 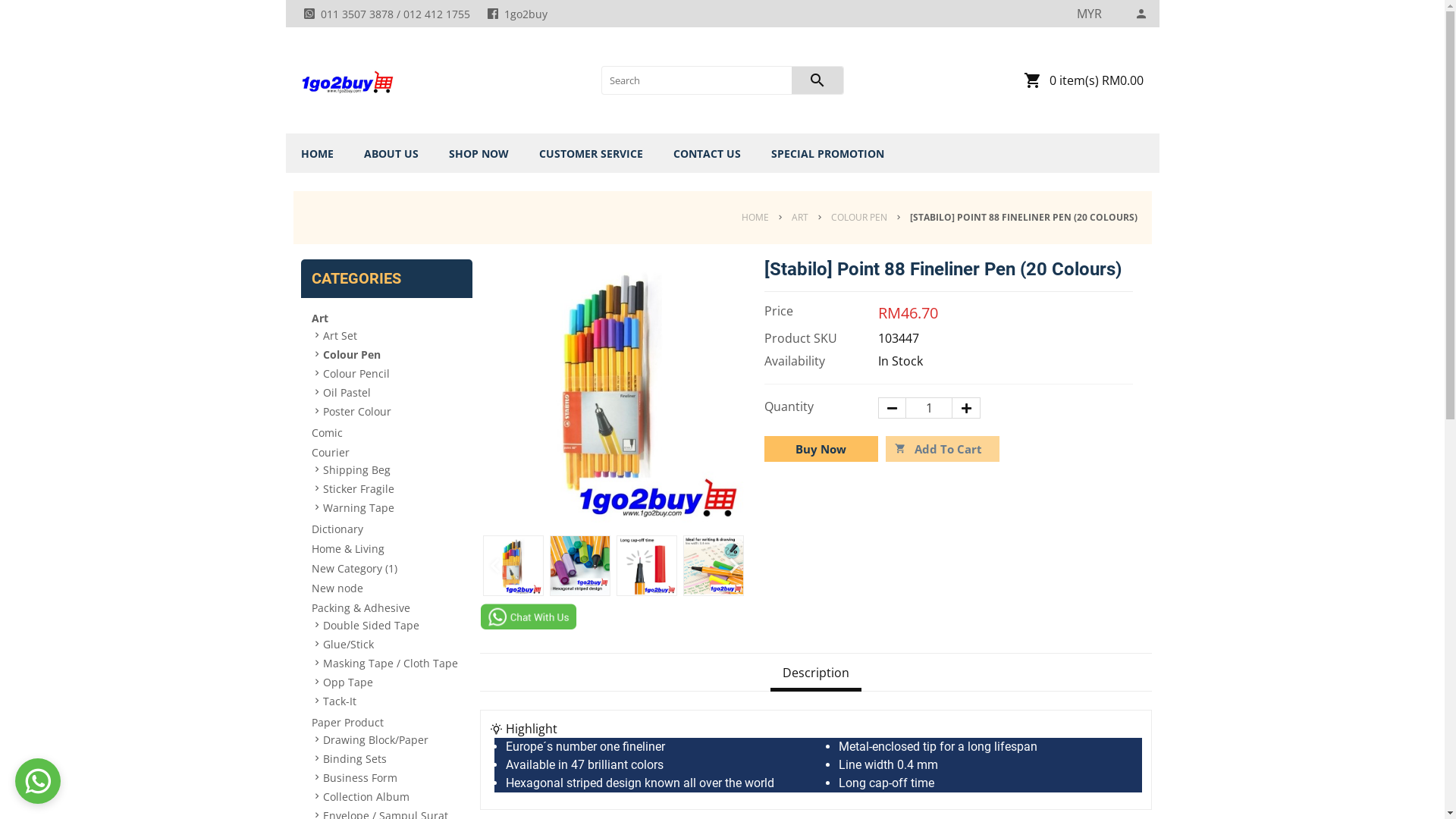 What do you see at coordinates (385, 432) in the screenshot?
I see `'Comic'` at bounding box center [385, 432].